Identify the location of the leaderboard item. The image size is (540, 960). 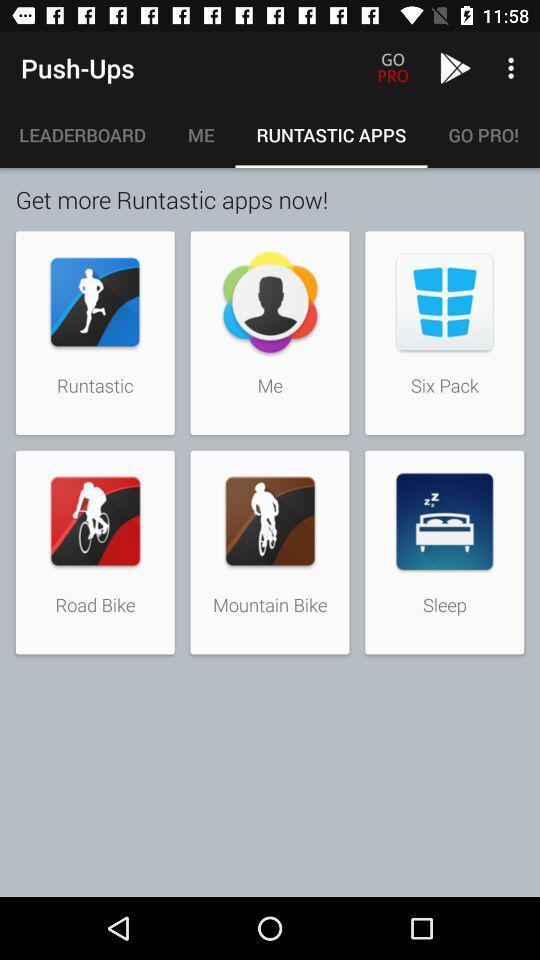
(82, 134).